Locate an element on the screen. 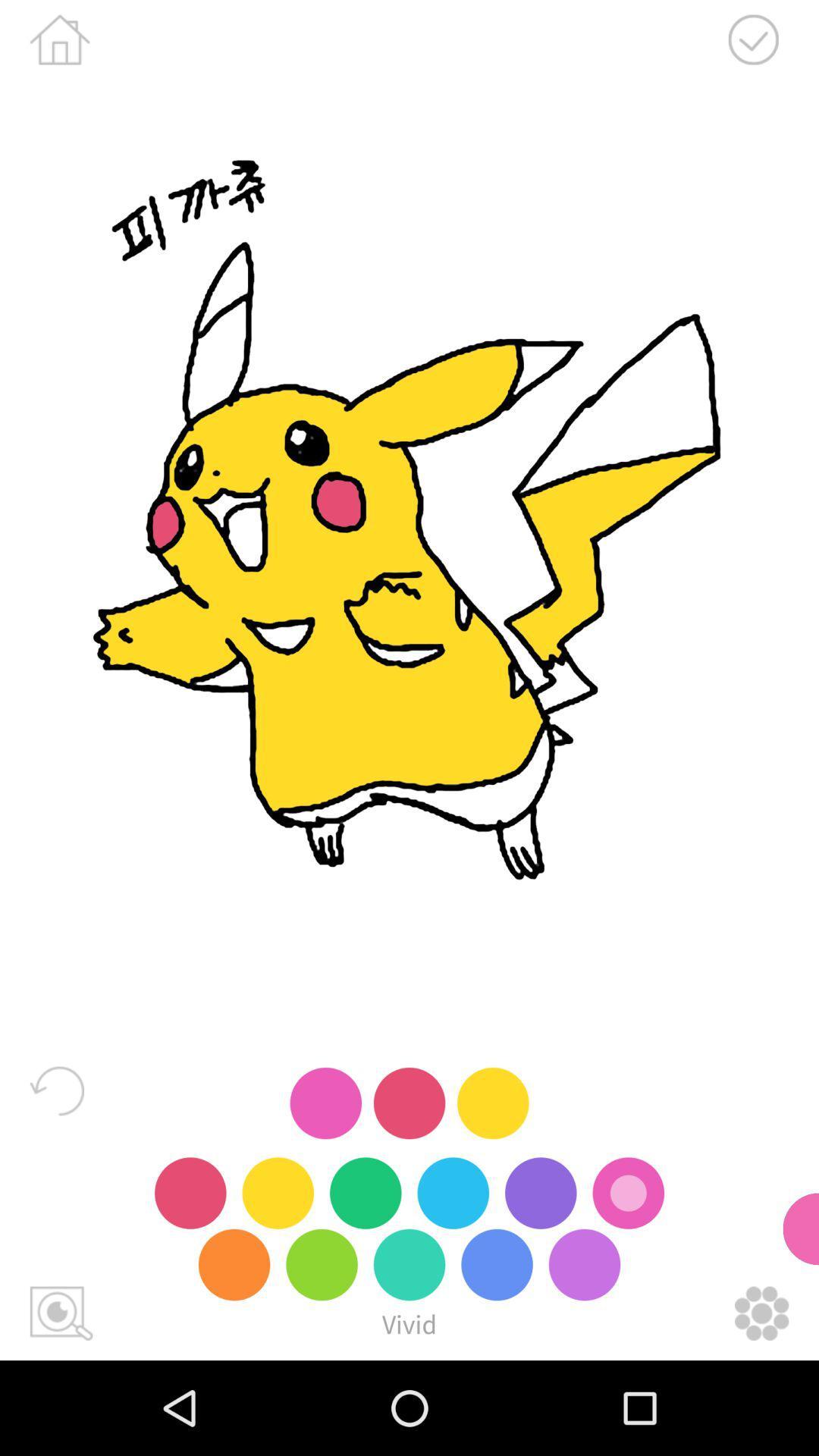 This screenshot has width=819, height=1456. zoom in or out is located at coordinates (61, 1313).